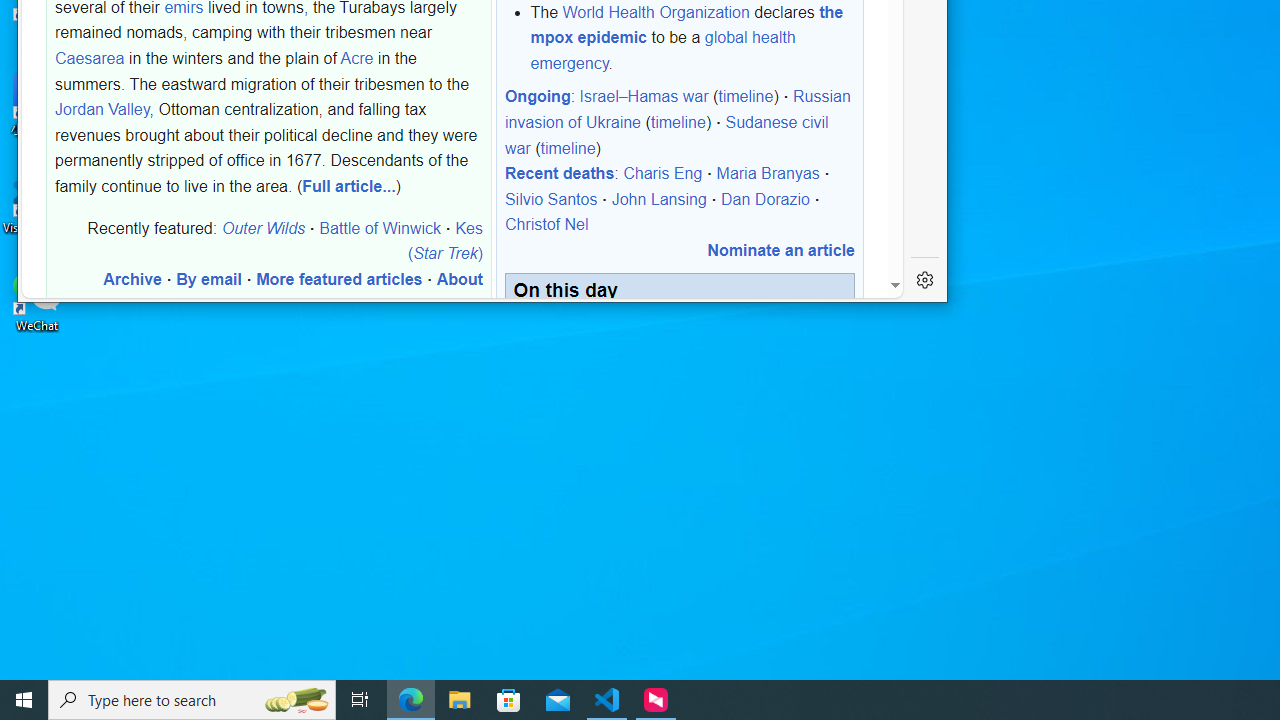  Describe the element at coordinates (459, 698) in the screenshot. I see `'File Explorer'` at that location.